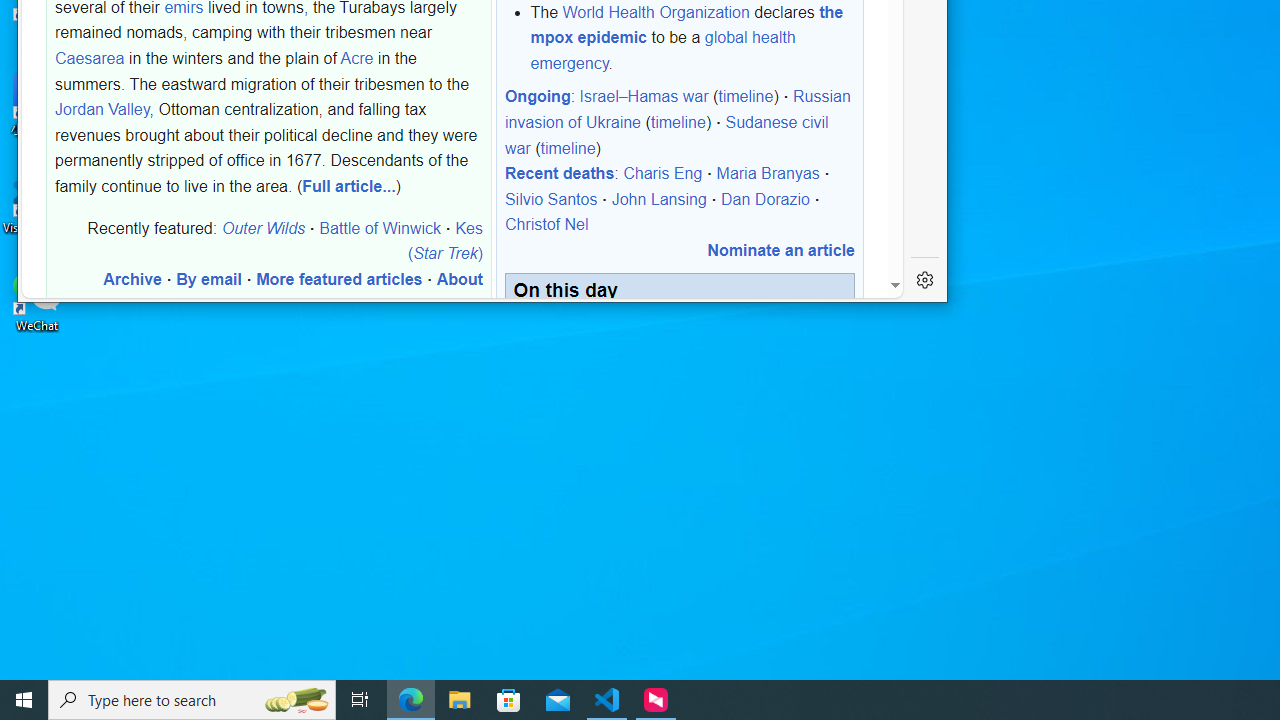  Describe the element at coordinates (459, 698) in the screenshot. I see `'File Explorer'` at that location.